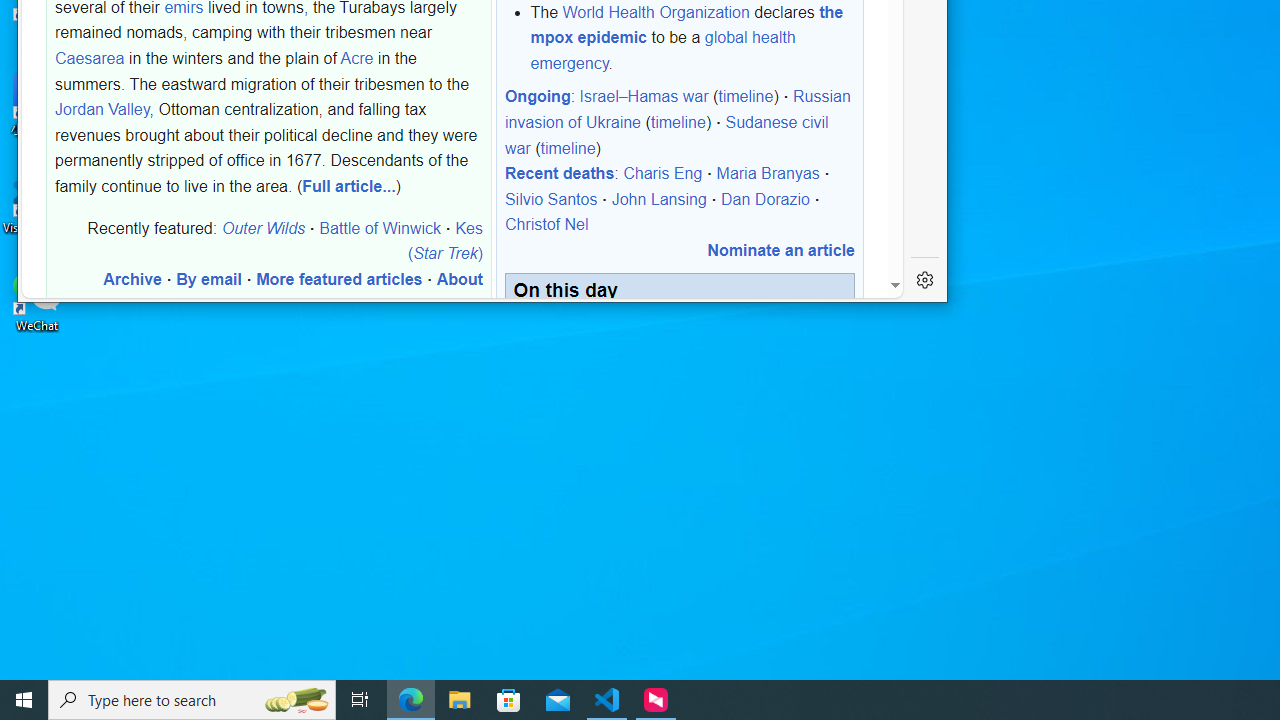  Describe the element at coordinates (459, 698) in the screenshot. I see `'File Explorer'` at that location.